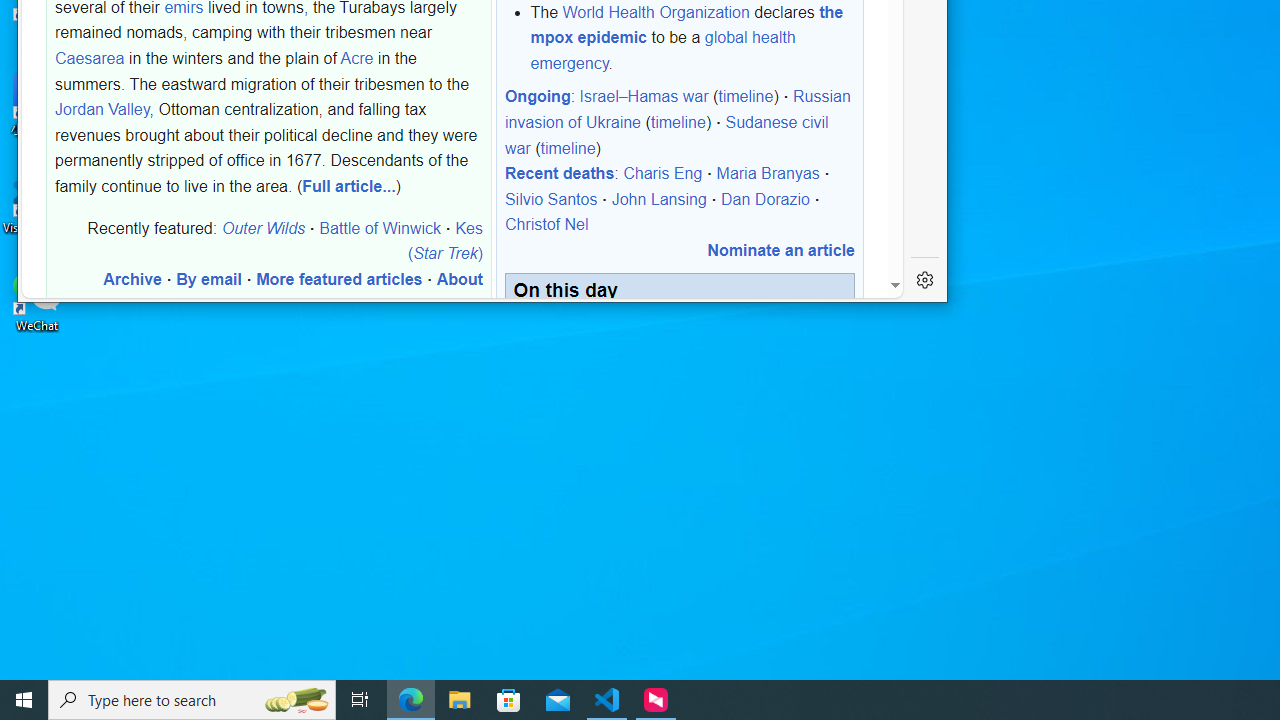  Describe the element at coordinates (459, 698) in the screenshot. I see `'File Explorer'` at that location.